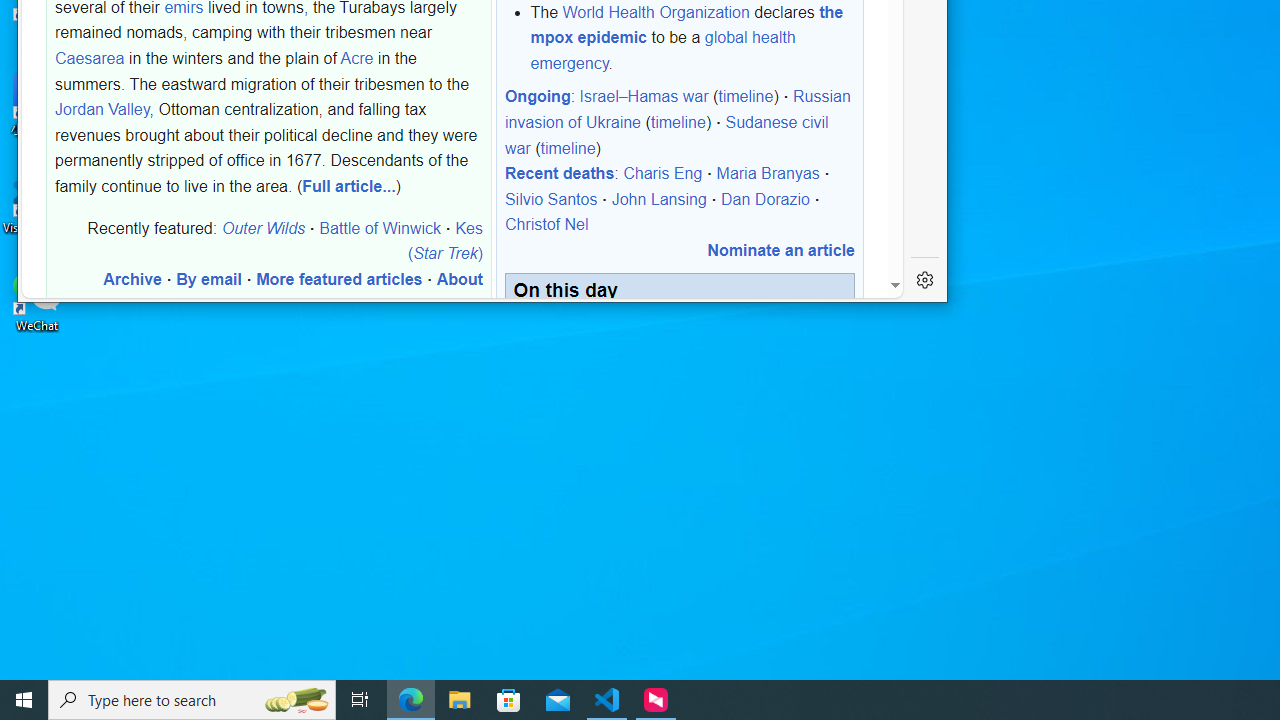  Describe the element at coordinates (459, 698) in the screenshot. I see `'File Explorer'` at that location.